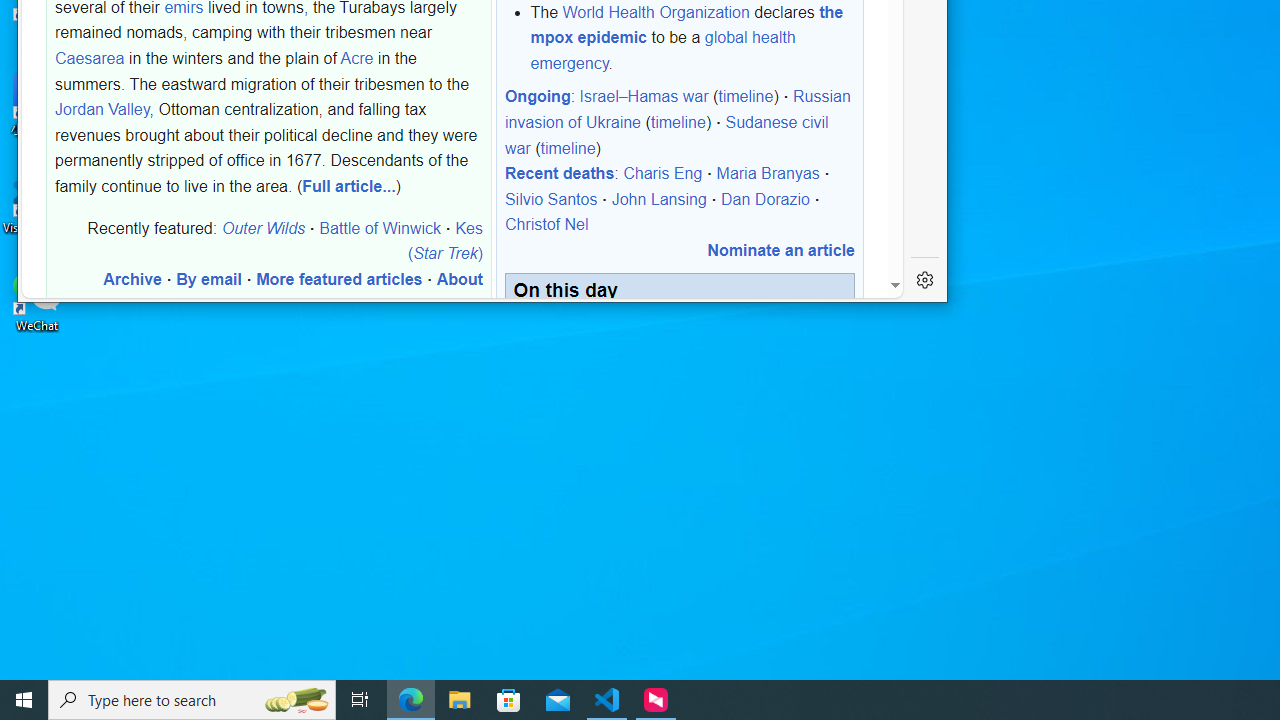  Describe the element at coordinates (459, 698) in the screenshot. I see `'File Explorer'` at that location.